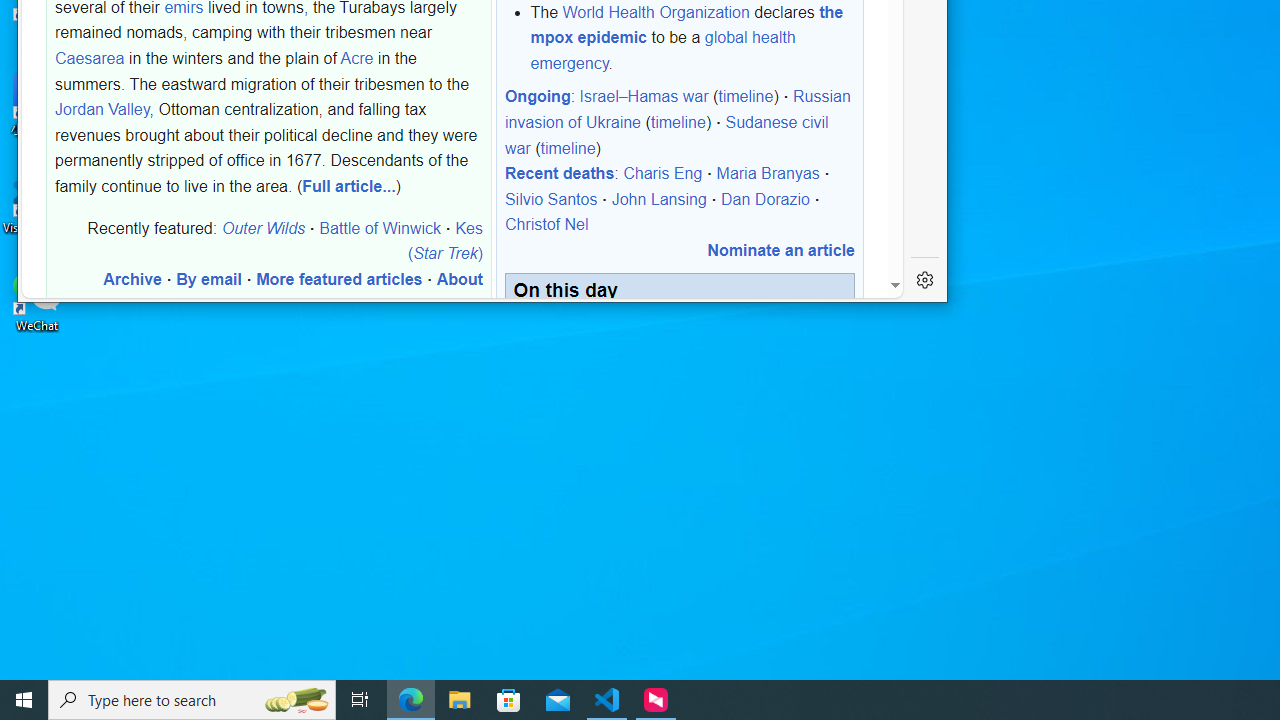  Describe the element at coordinates (459, 698) in the screenshot. I see `'File Explorer'` at that location.